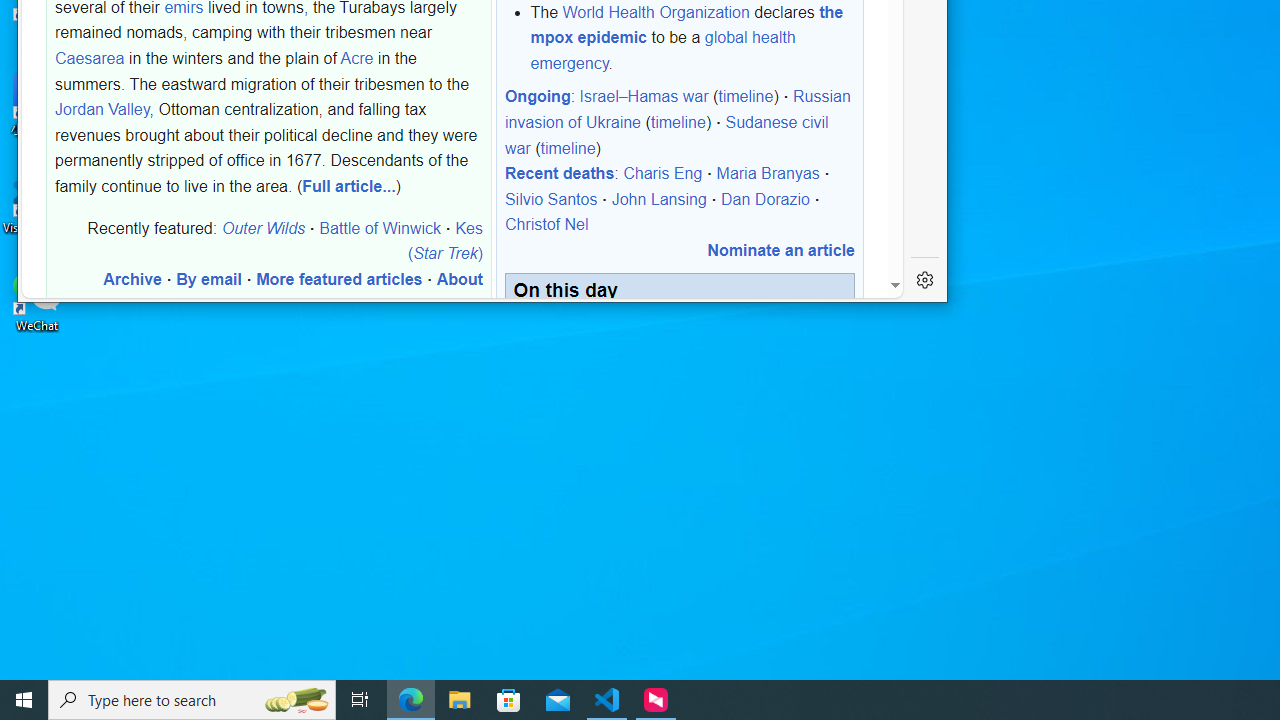  Describe the element at coordinates (459, 698) in the screenshot. I see `'File Explorer'` at that location.